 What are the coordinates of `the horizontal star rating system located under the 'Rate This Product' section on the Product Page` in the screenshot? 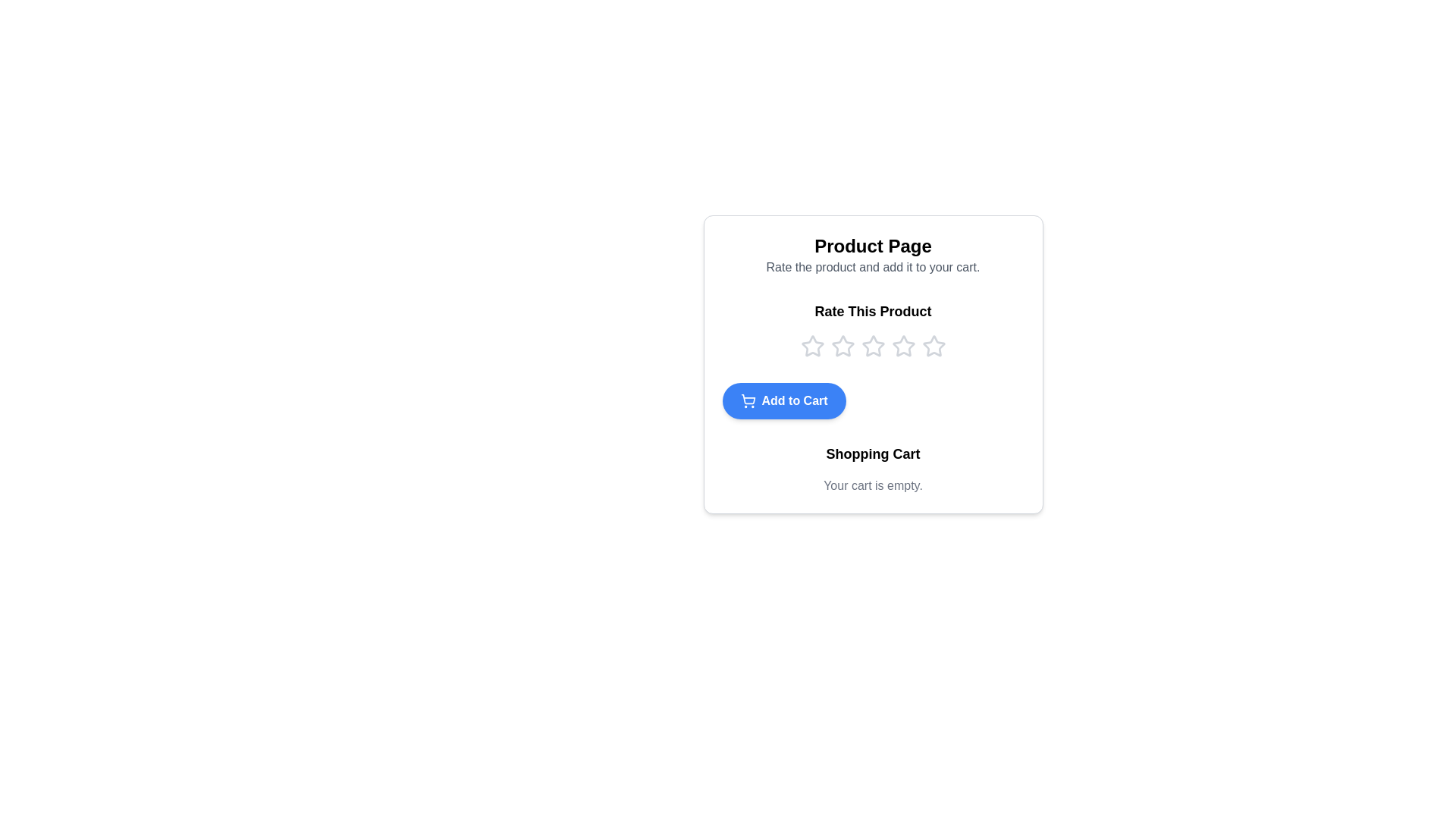 It's located at (873, 346).